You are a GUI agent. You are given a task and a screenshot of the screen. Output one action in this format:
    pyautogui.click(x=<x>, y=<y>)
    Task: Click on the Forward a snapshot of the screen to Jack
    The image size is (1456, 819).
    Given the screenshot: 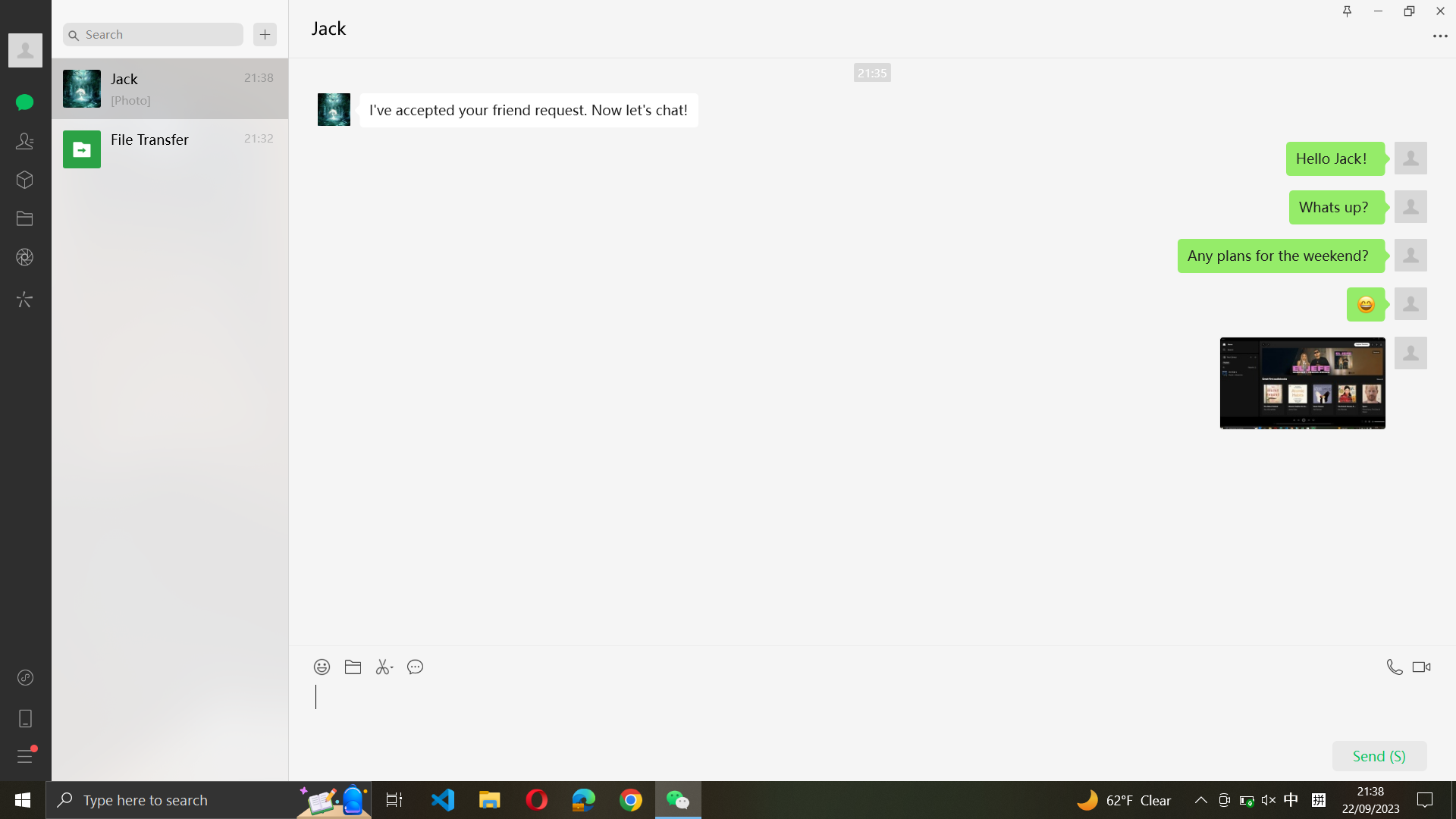 What is the action you would take?
    pyautogui.click(x=386, y=662)
    